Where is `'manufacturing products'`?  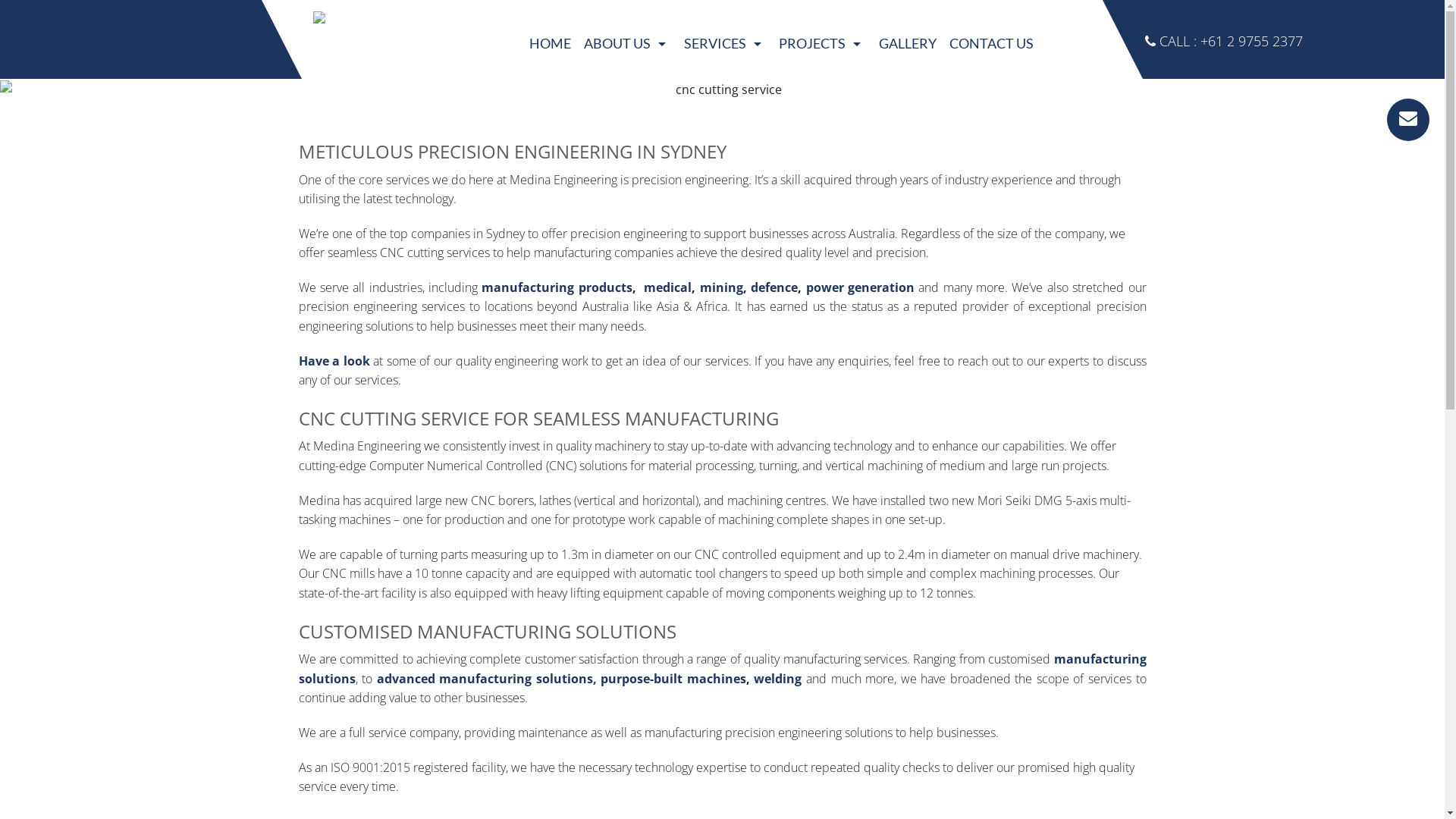 'manufacturing products' is located at coordinates (556, 287).